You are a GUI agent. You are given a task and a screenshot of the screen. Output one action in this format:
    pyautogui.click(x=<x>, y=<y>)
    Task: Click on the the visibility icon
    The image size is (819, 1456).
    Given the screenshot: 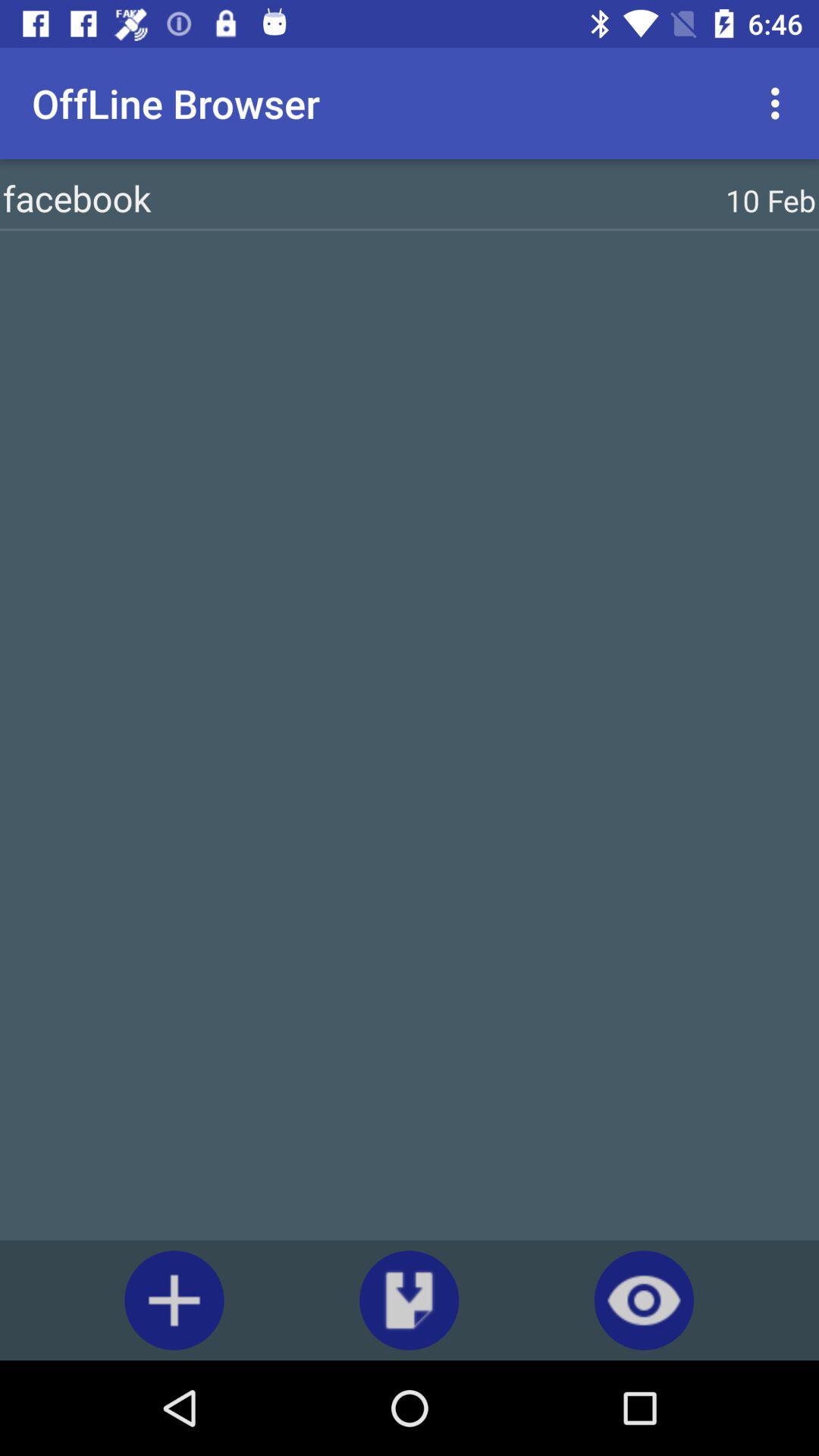 What is the action you would take?
    pyautogui.click(x=644, y=1299)
    